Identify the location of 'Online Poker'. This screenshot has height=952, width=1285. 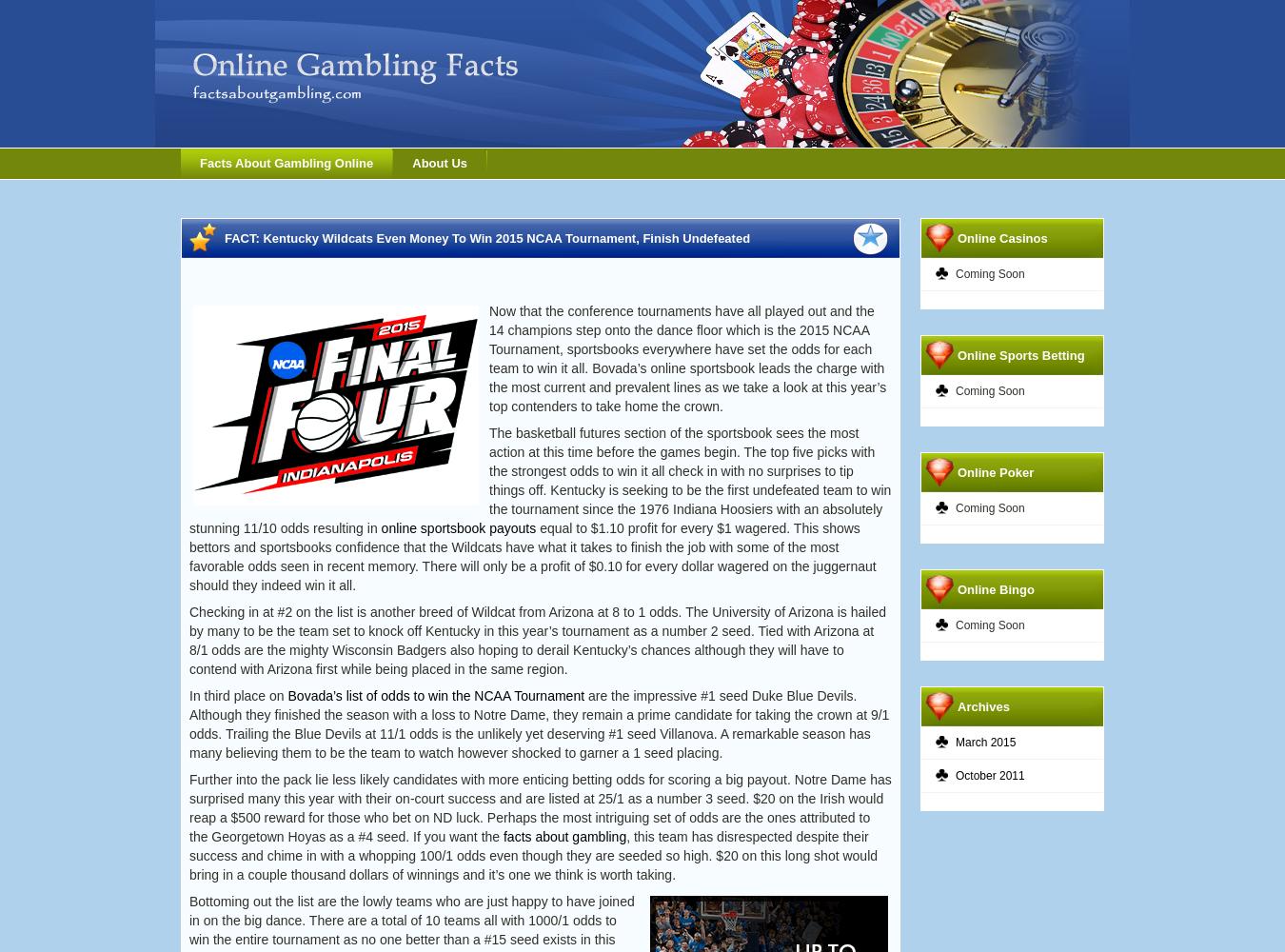
(995, 471).